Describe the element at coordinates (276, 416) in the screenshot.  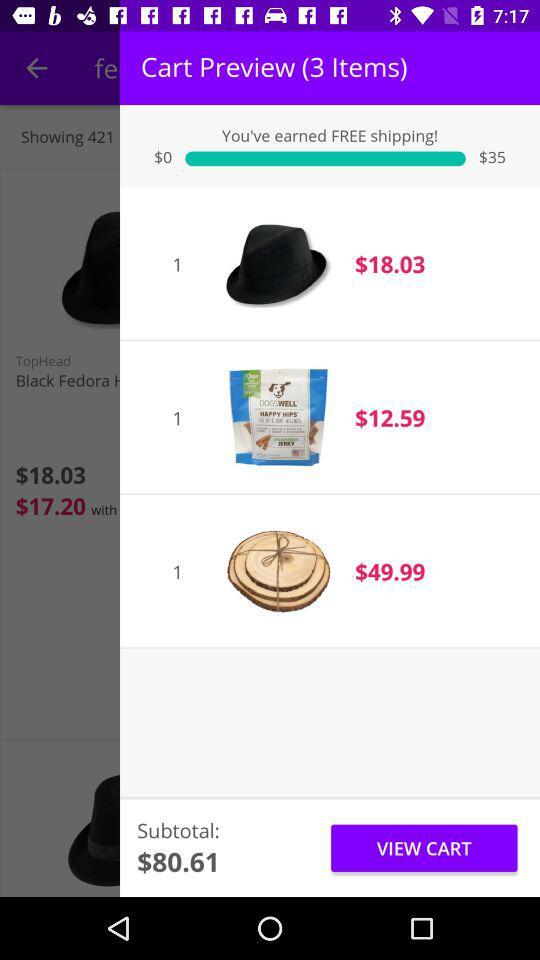
I see `the second image which is before 1259 on a page` at that location.